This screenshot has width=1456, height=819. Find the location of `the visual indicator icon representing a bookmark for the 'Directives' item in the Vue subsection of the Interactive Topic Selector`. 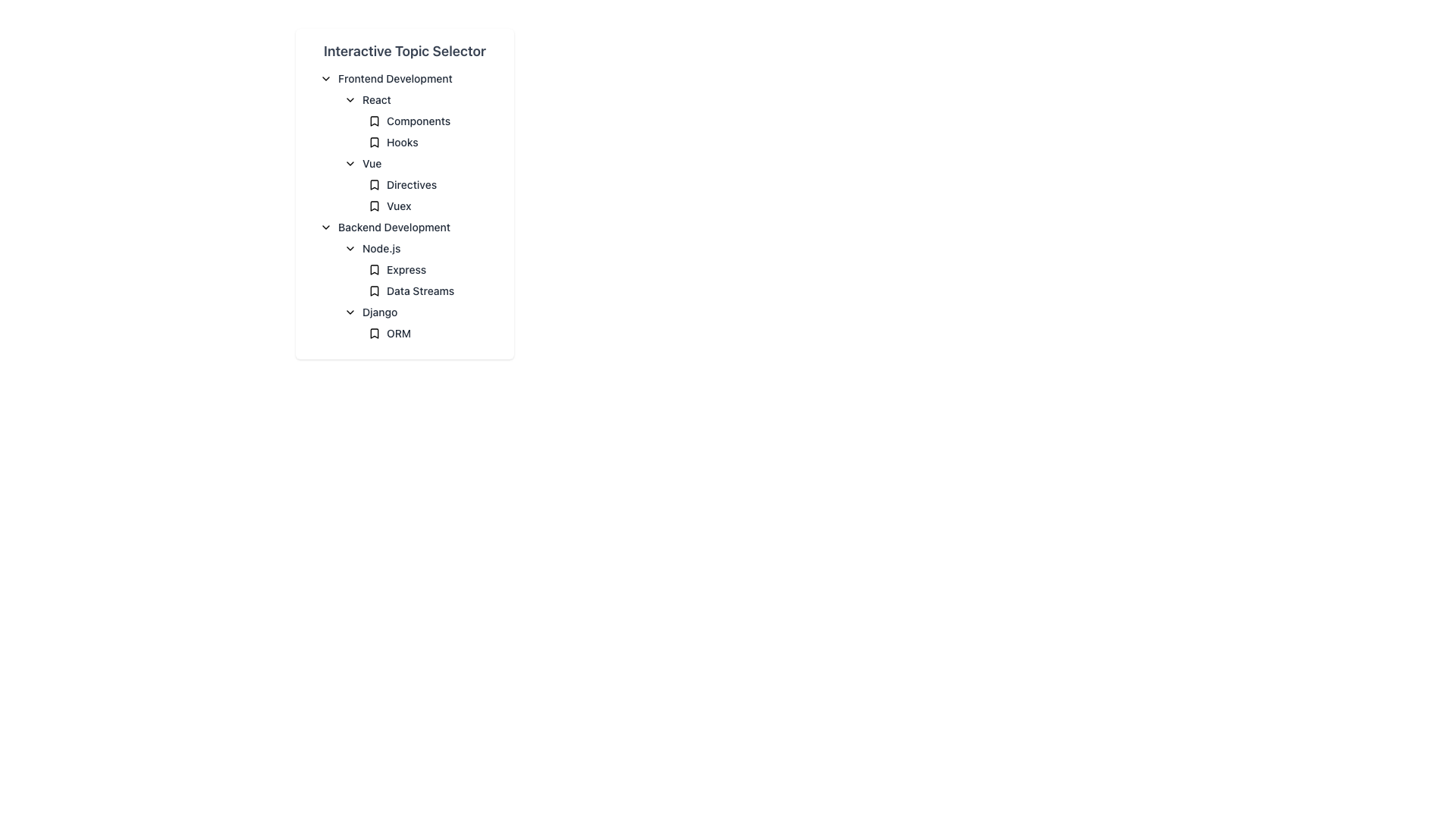

the visual indicator icon representing a bookmark for the 'Directives' item in the Vue subsection of the Interactive Topic Selector is located at coordinates (375, 184).